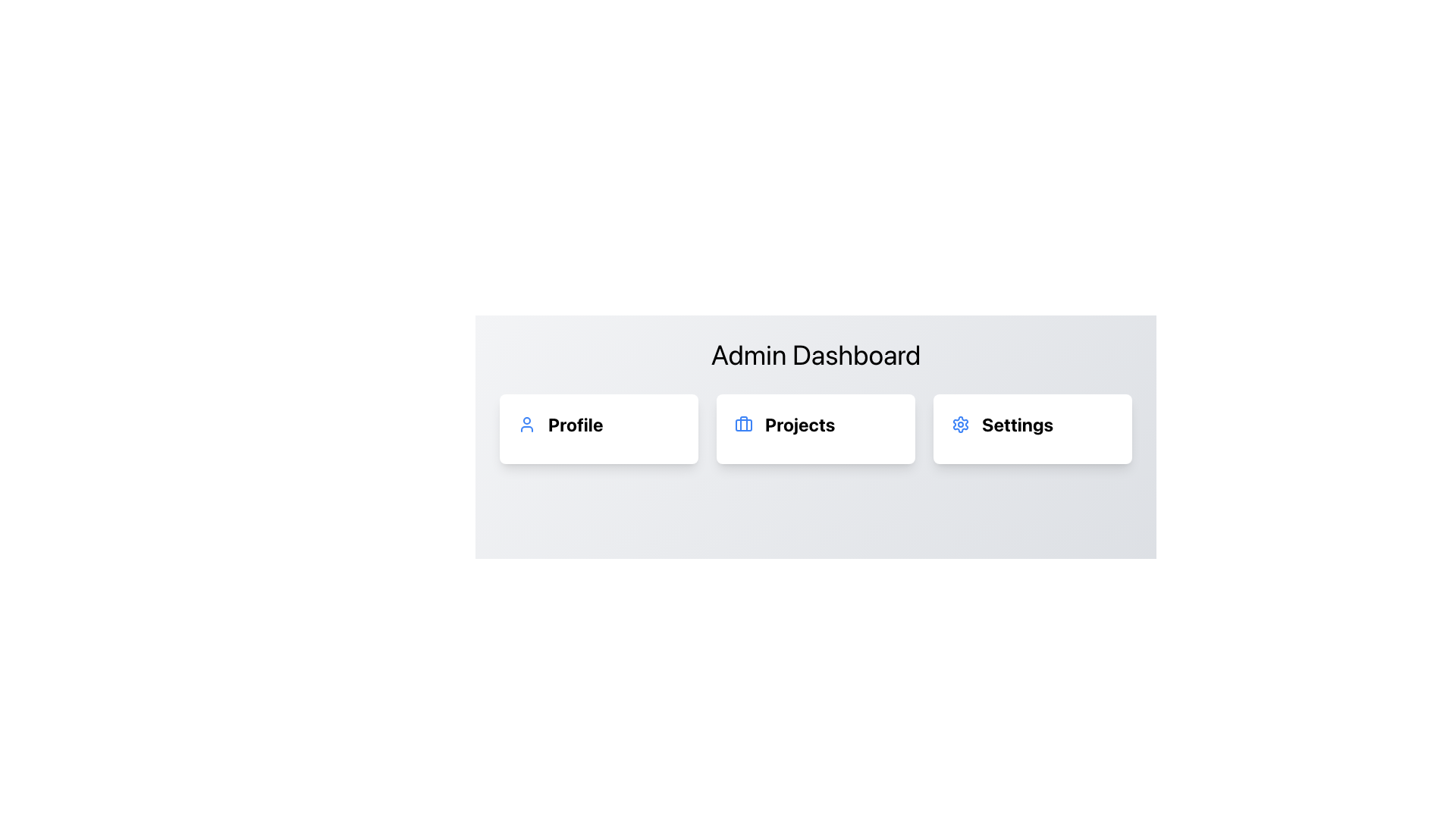 Image resolution: width=1456 pixels, height=819 pixels. I want to click on the navigation button located in the top-left white card of the grid layout, below the 'Admin Dashboard' header, so click(598, 424).